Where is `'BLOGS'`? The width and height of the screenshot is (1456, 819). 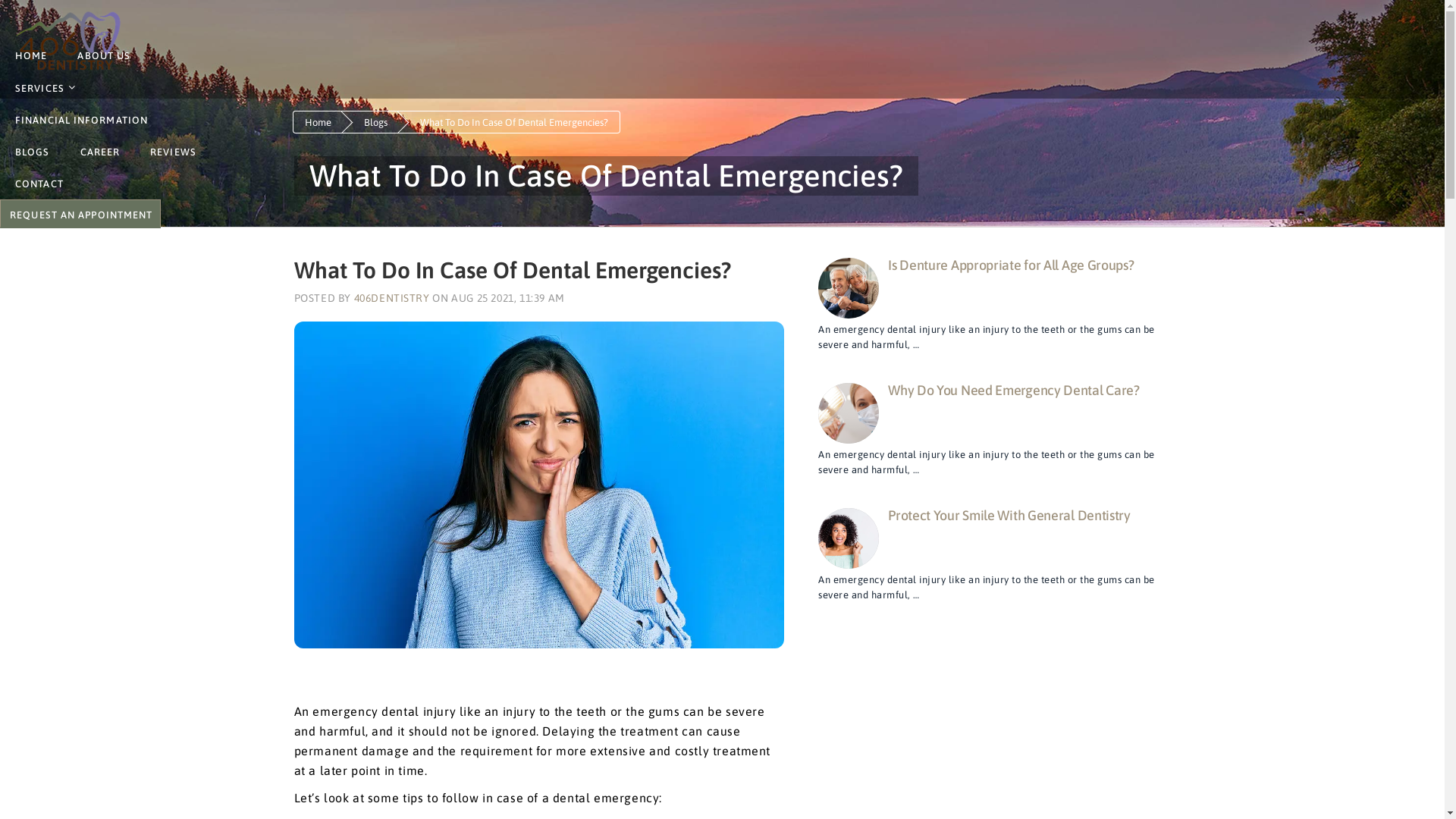
'BLOGS' is located at coordinates (0, 152).